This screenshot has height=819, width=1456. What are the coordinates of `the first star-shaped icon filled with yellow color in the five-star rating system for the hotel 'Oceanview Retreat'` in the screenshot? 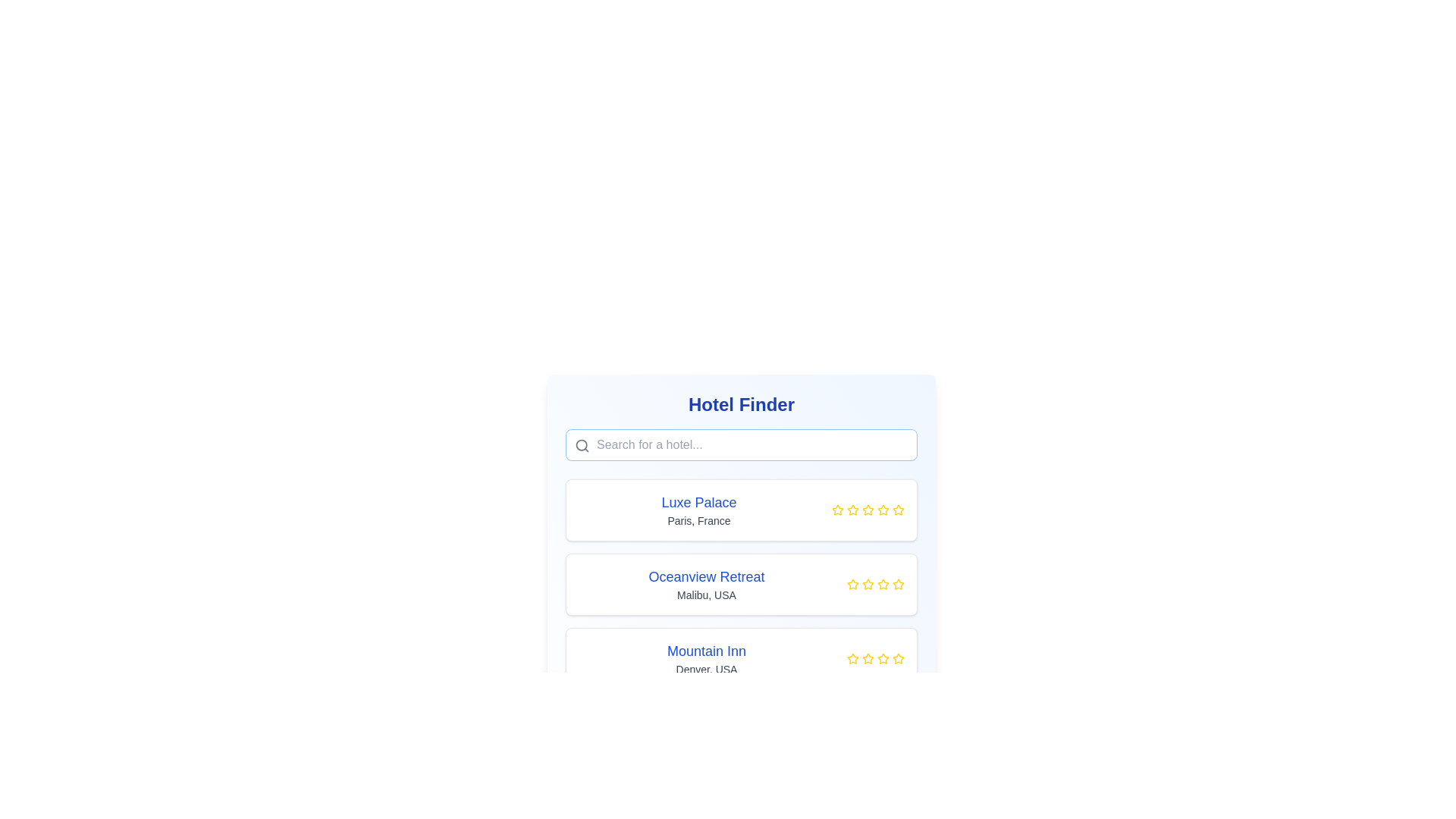 It's located at (852, 584).